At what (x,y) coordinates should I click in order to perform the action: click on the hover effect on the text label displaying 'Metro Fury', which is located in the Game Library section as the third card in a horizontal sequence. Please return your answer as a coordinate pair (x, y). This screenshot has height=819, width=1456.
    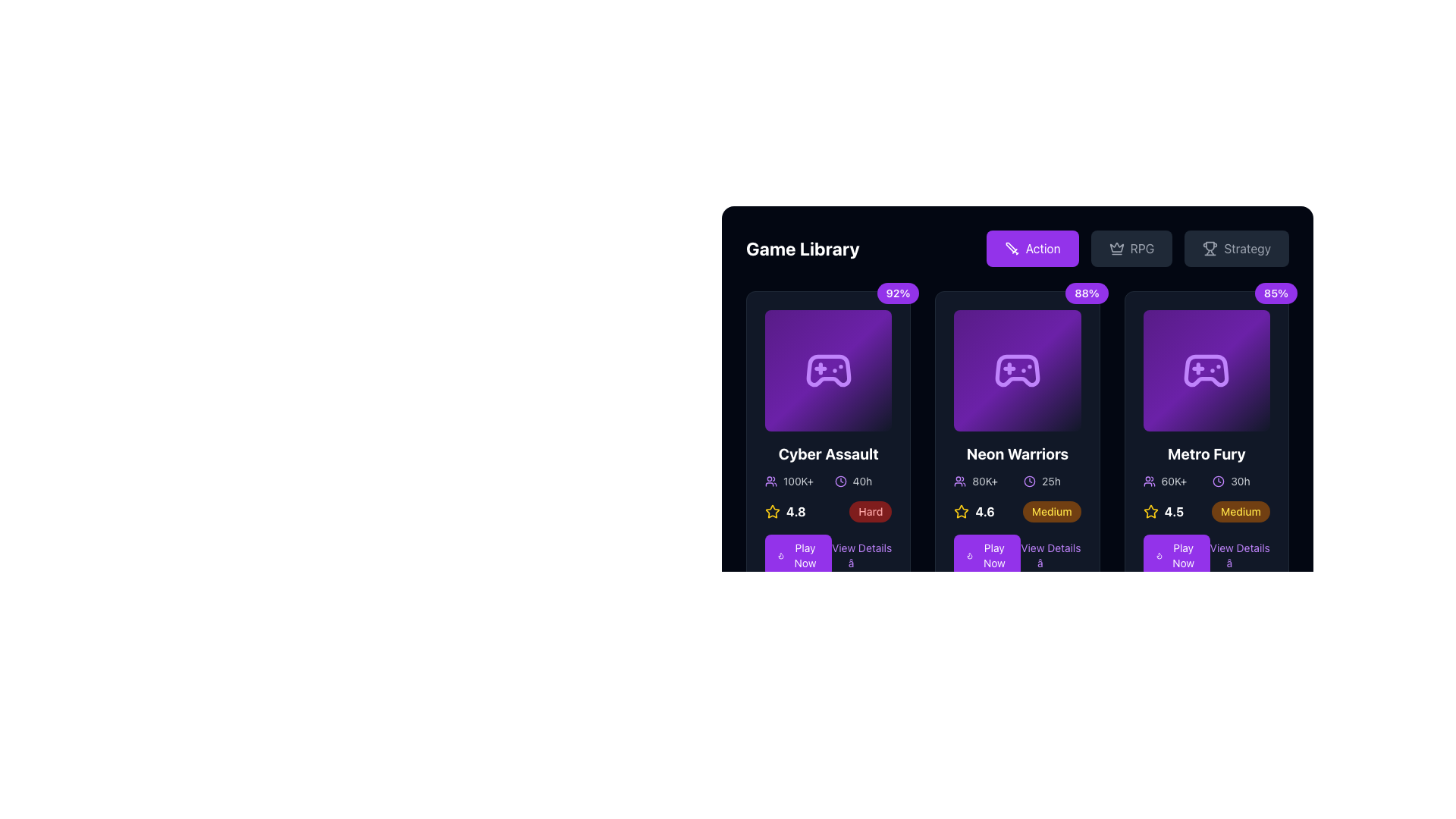
    Looking at the image, I should click on (1206, 453).